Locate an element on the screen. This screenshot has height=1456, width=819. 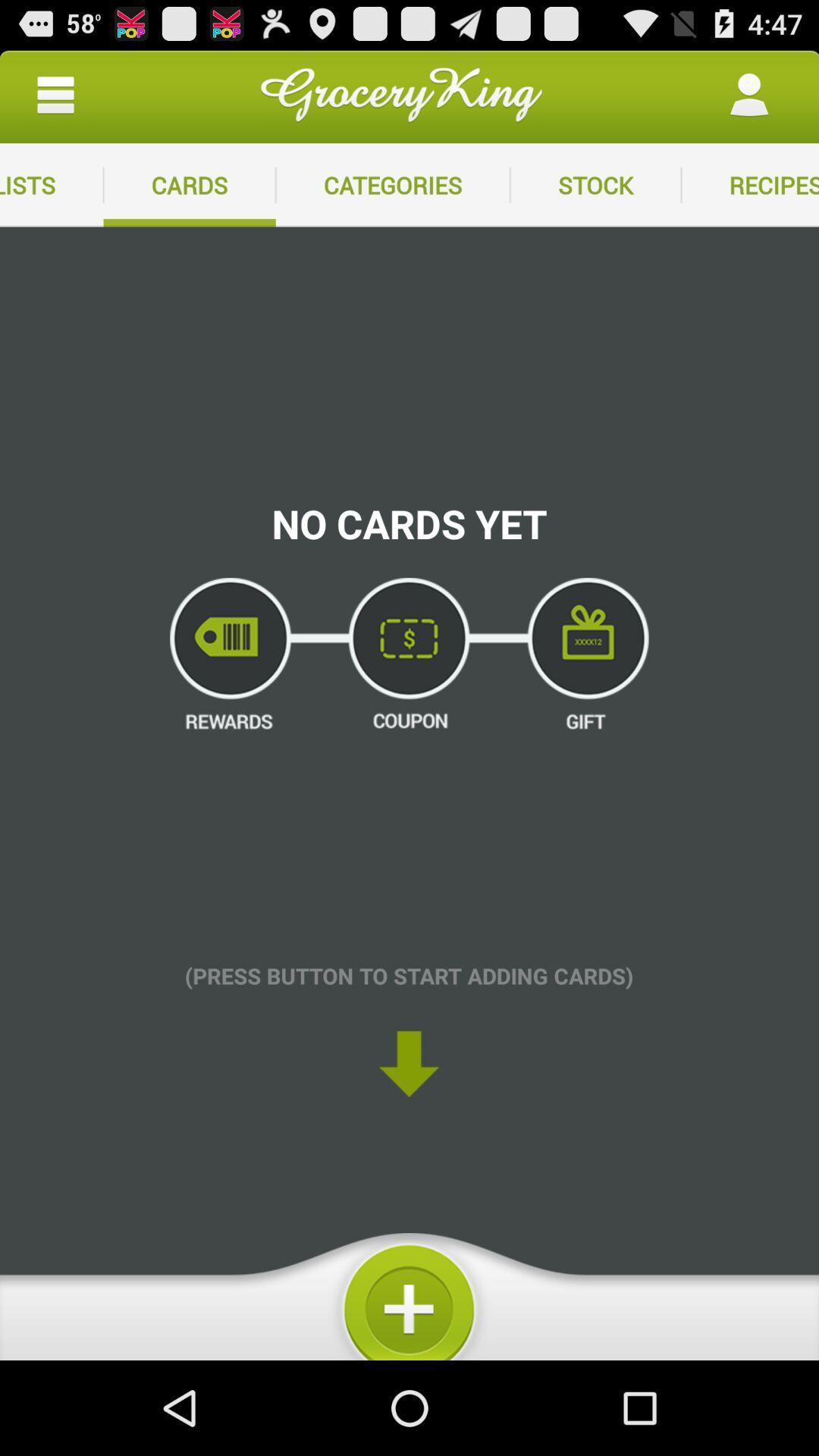
the app to the left of recipes is located at coordinates (595, 184).